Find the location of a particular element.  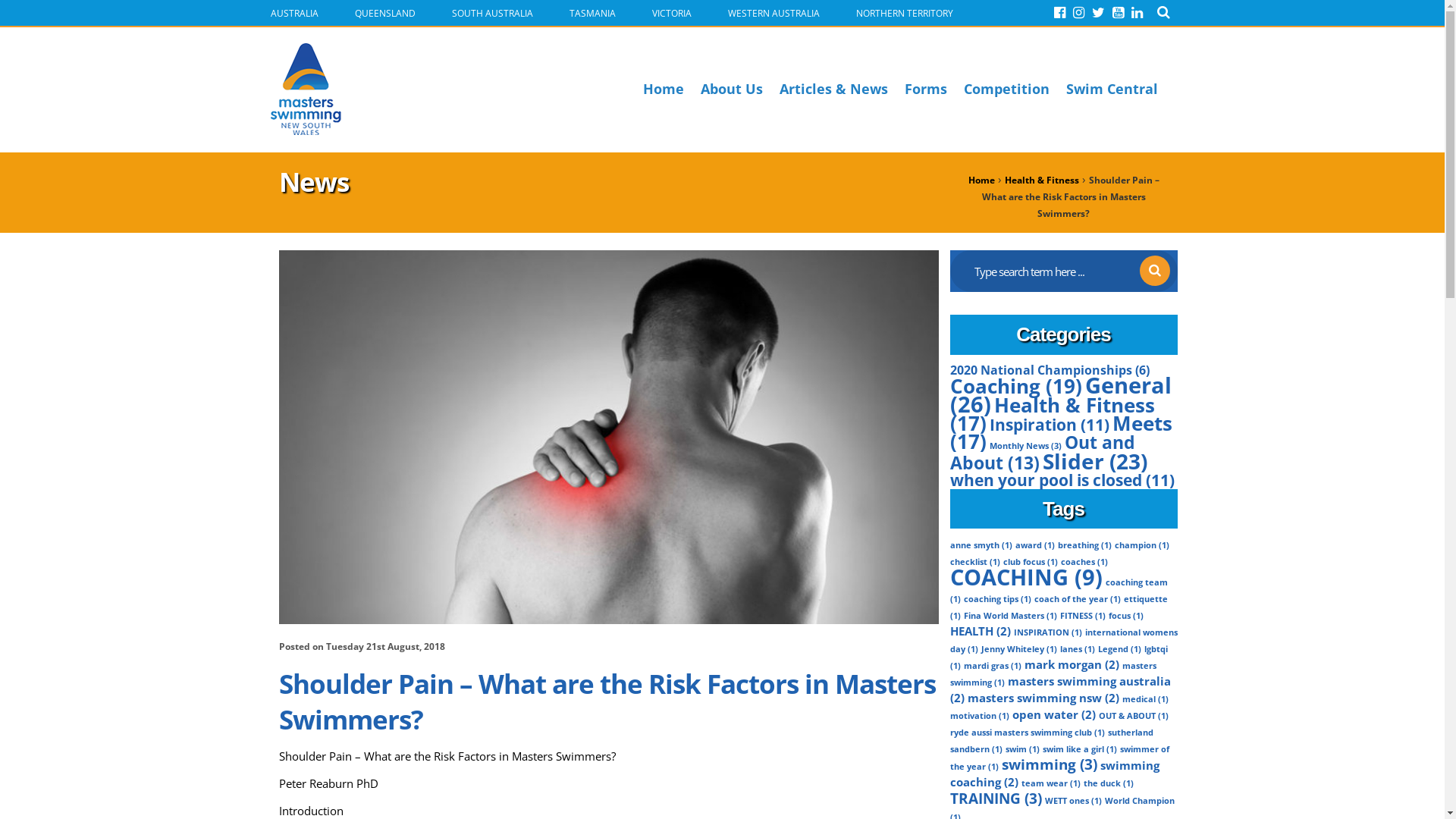

'VICTORIA' is located at coordinates (669, 11).